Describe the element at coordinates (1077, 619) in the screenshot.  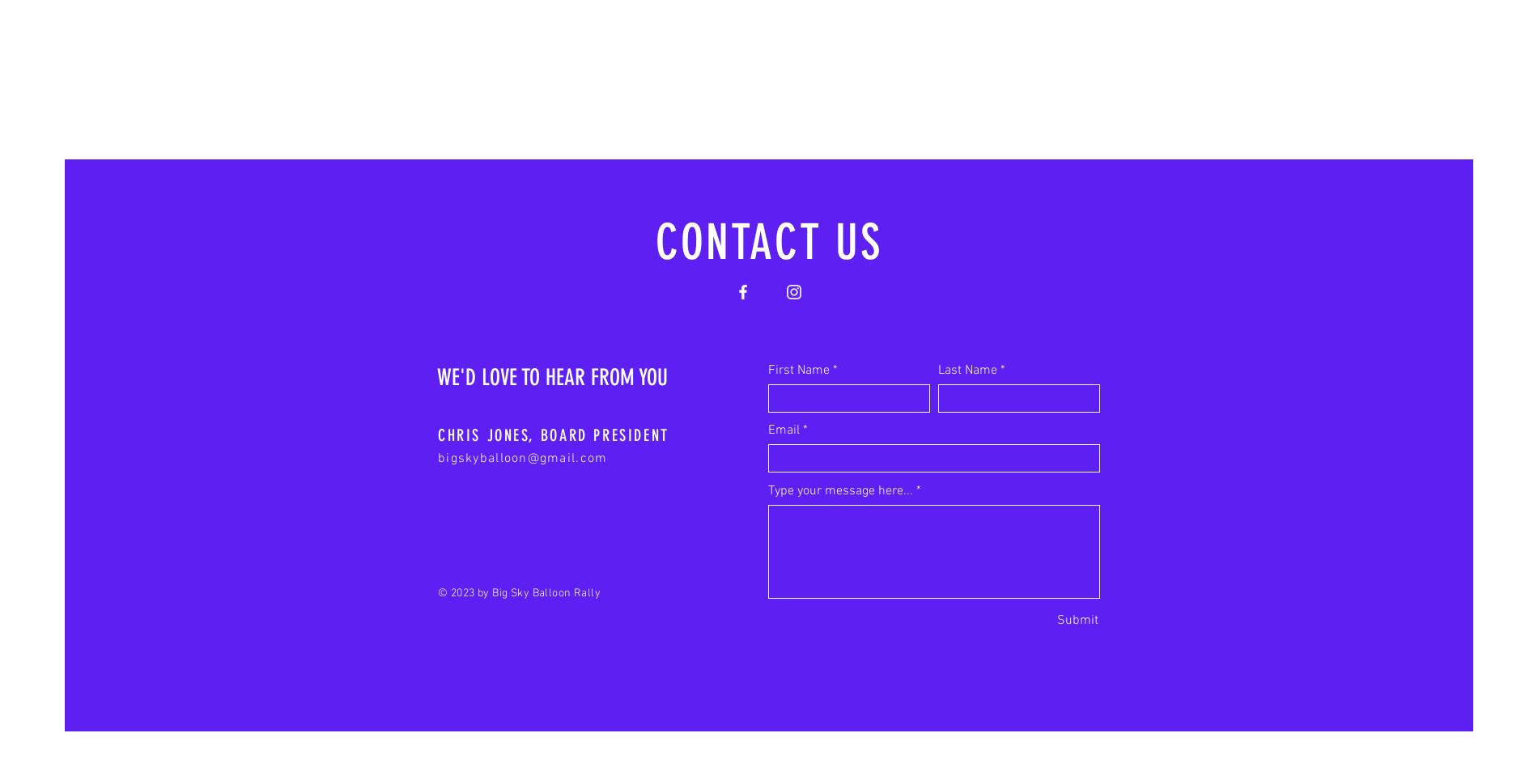
I see `'Submit'` at that location.